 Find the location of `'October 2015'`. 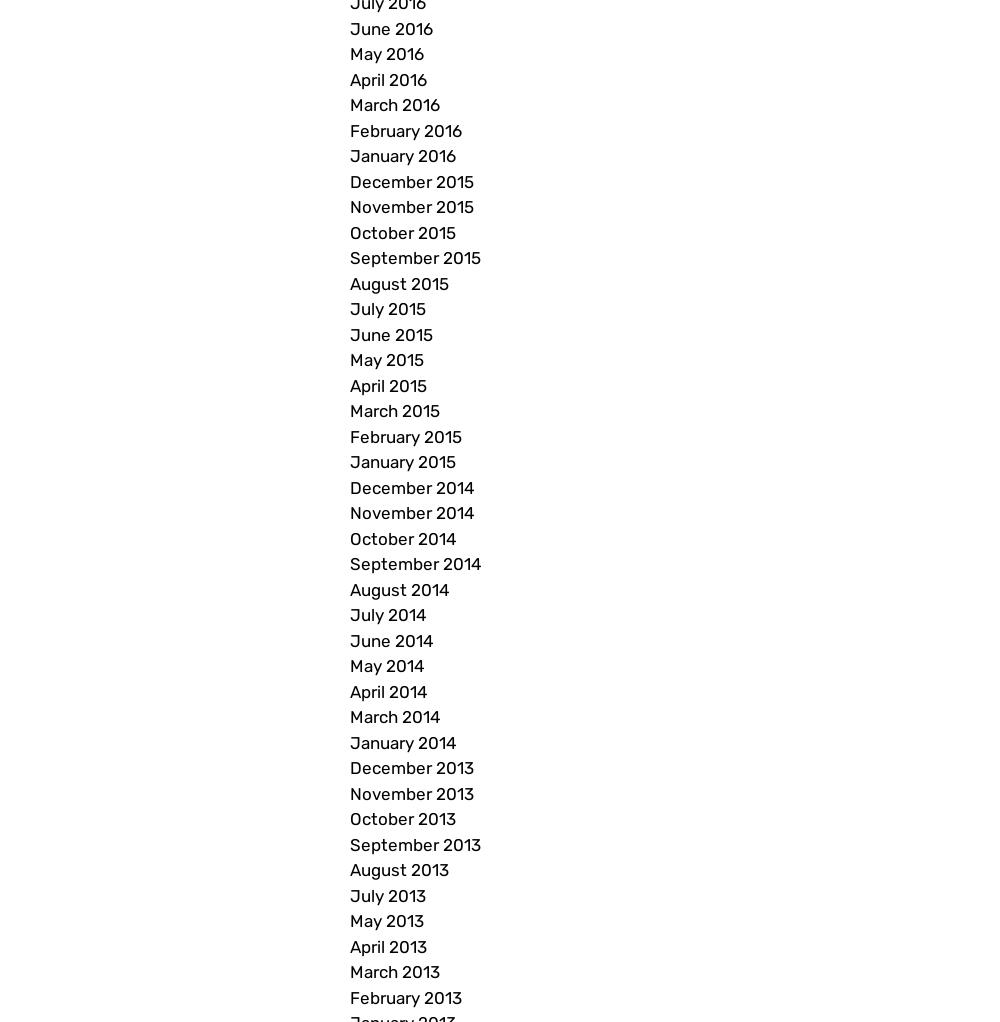

'October 2015' is located at coordinates (403, 230).